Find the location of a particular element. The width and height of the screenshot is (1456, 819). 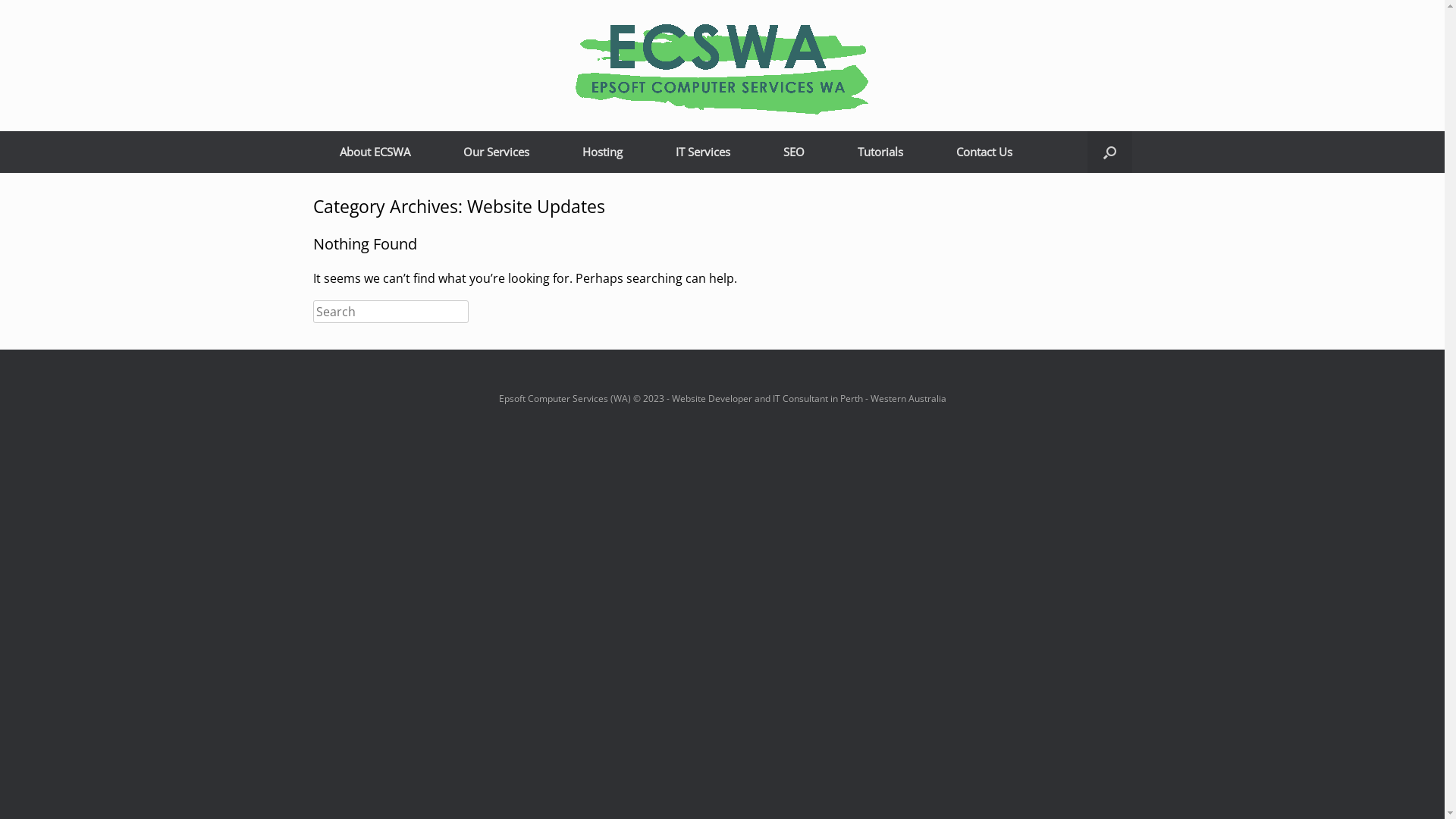

'IT Services' is located at coordinates (701, 152).